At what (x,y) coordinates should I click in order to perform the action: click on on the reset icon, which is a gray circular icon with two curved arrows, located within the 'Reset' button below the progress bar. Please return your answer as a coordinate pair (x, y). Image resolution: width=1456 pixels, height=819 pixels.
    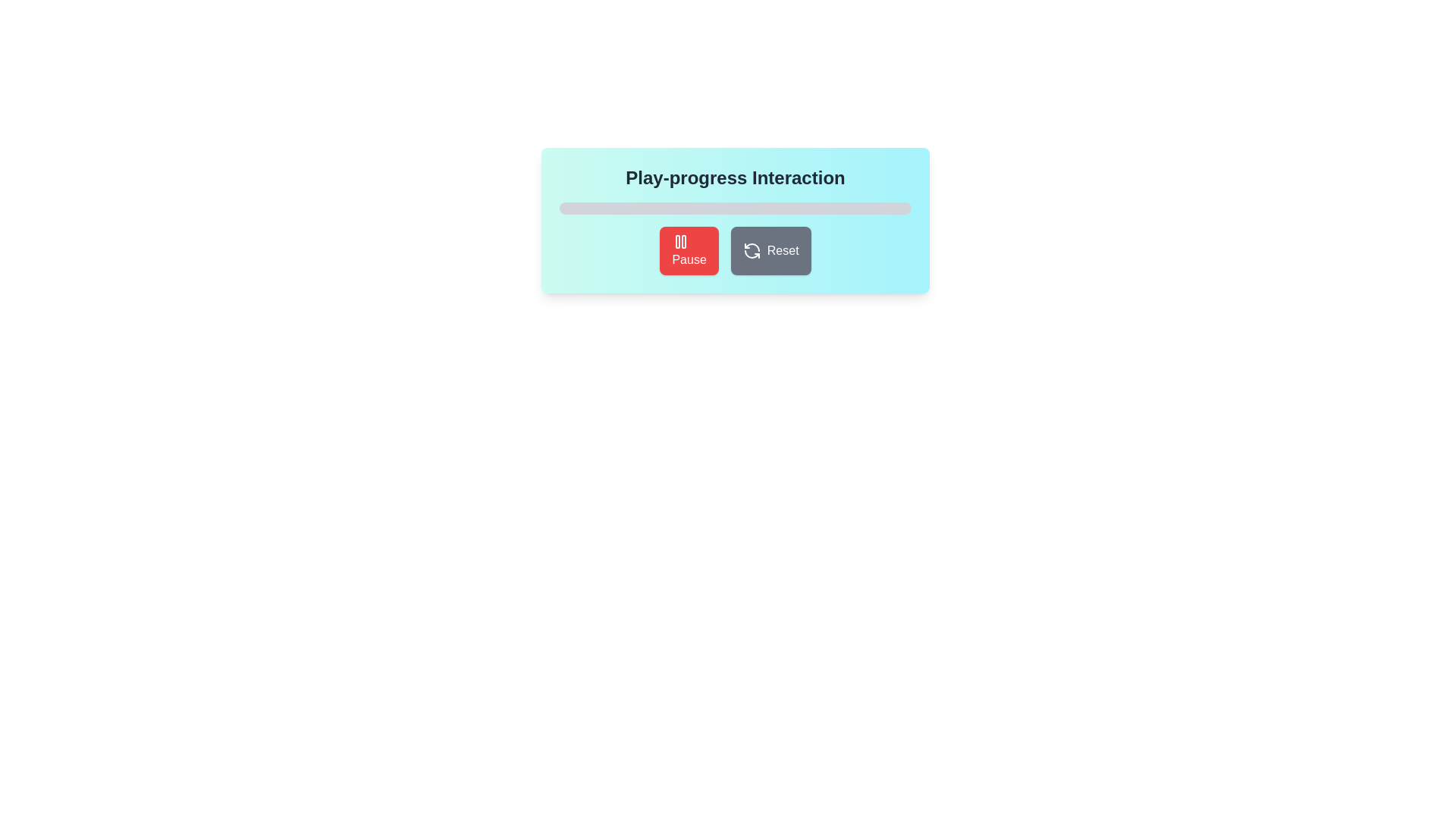
    Looking at the image, I should click on (752, 250).